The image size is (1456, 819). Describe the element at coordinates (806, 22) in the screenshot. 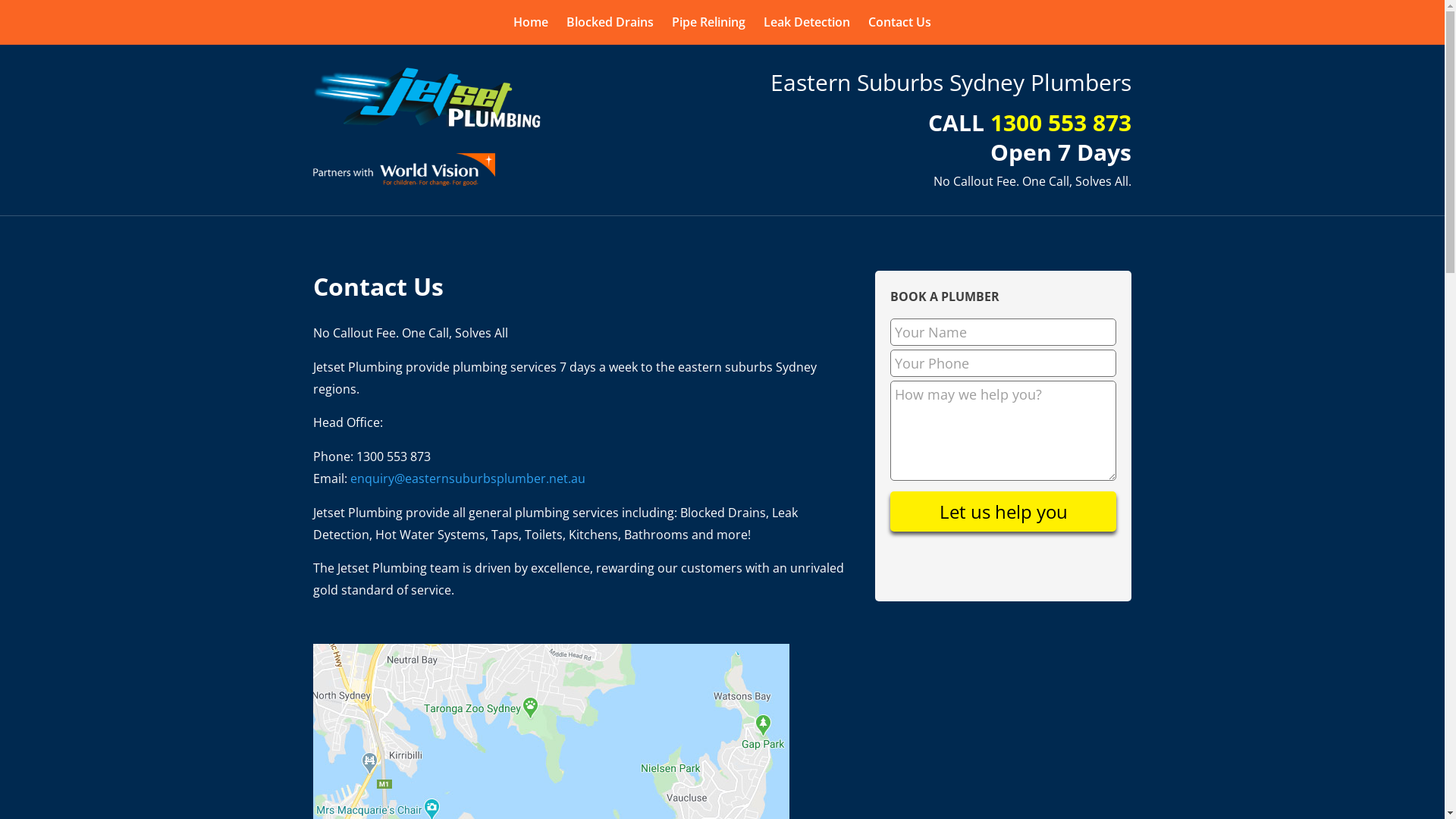

I see `'Leak Detection'` at that location.